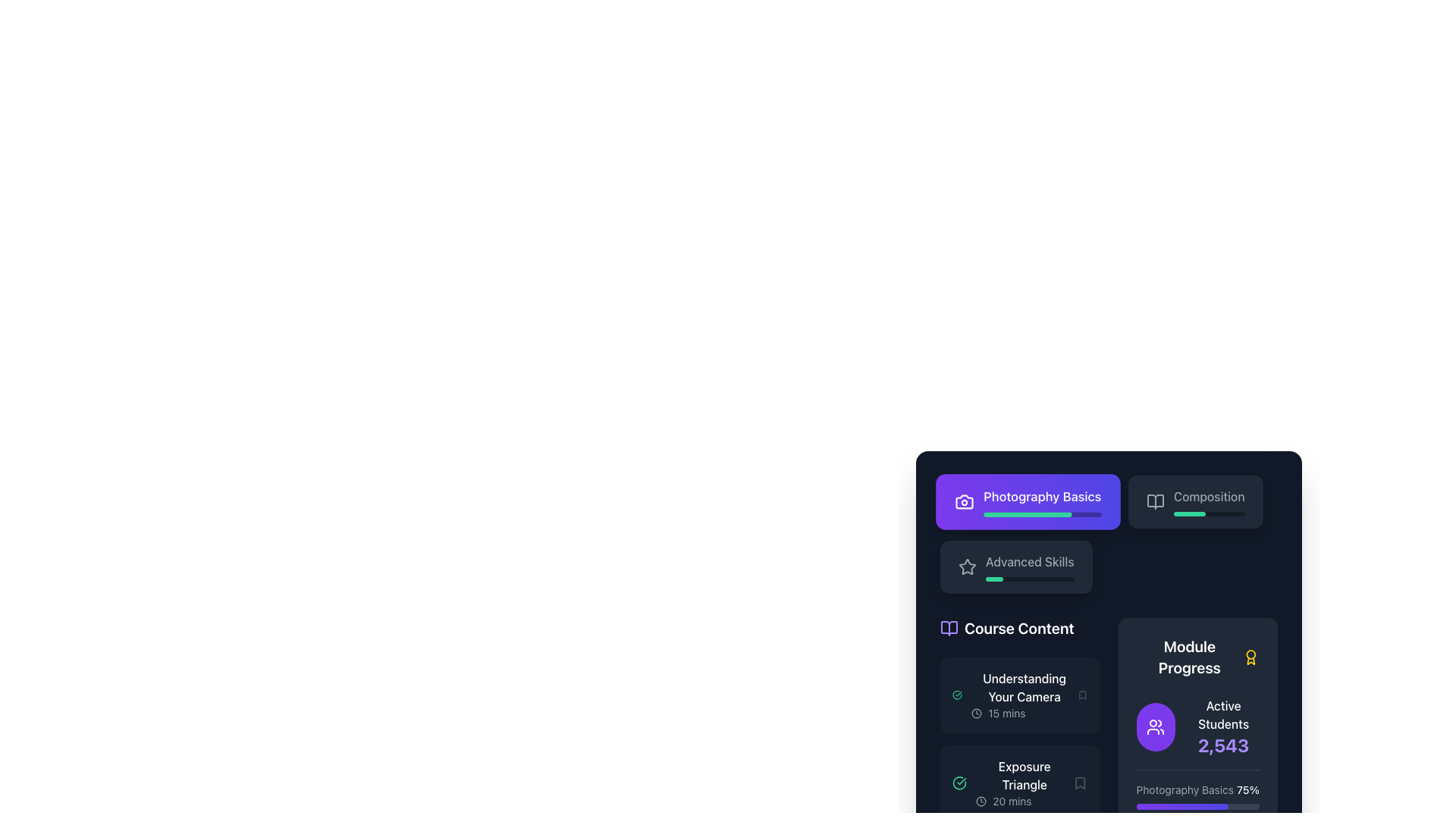  Describe the element at coordinates (1041, 513) in the screenshot. I see `the progress bar that visually represents the completion status of the 'Photography Basics' module` at that location.